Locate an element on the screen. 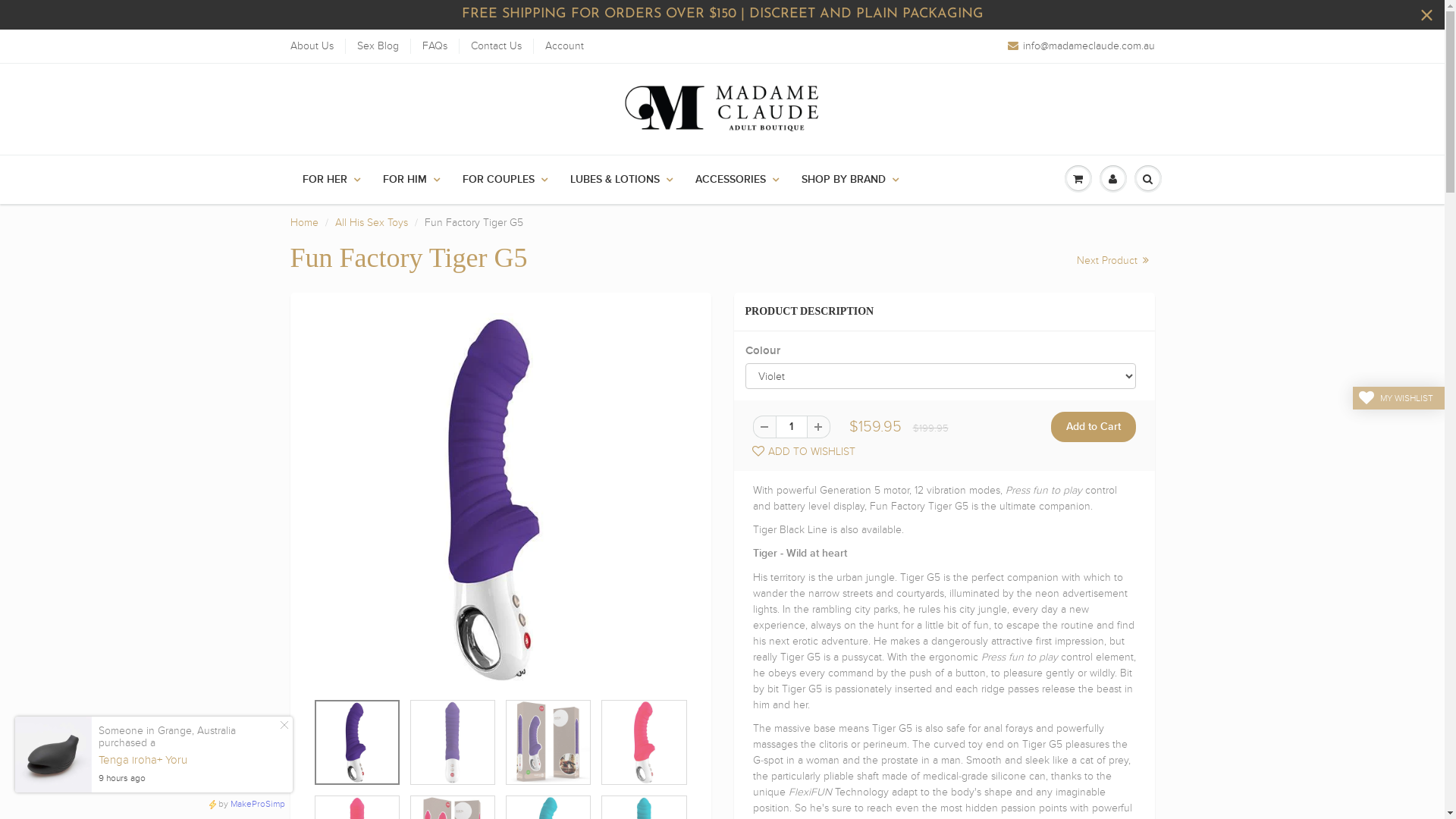 The height and width of the screenshot is (819, 1456). 'ADD TO WISHLIST' is located at coordinates (799, 451).